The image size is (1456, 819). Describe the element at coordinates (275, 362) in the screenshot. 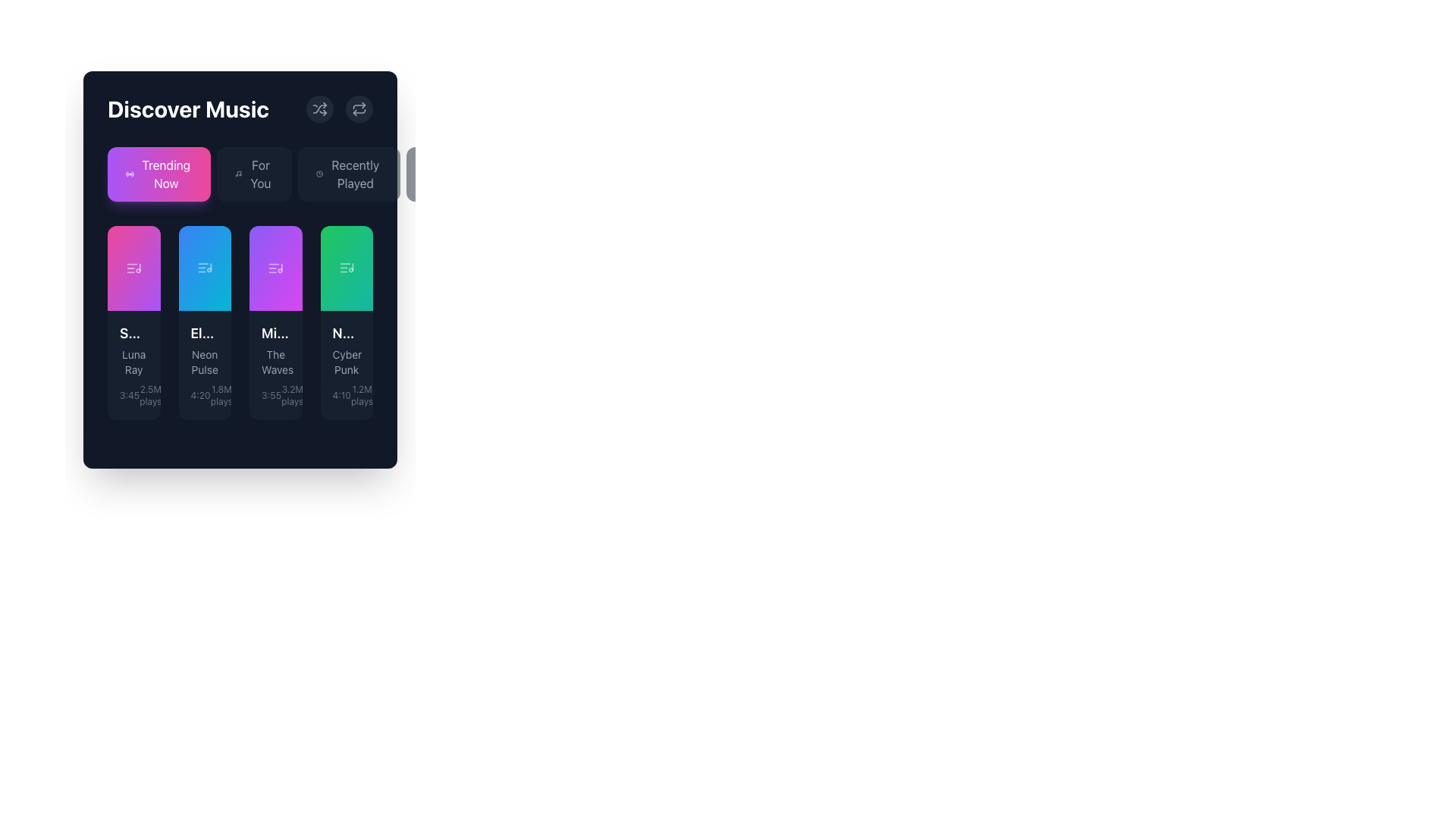

I see `the static text label displaying the subtitle 'The Waves', which provides additional information related to the song 'Midnight Drive'` at that location.